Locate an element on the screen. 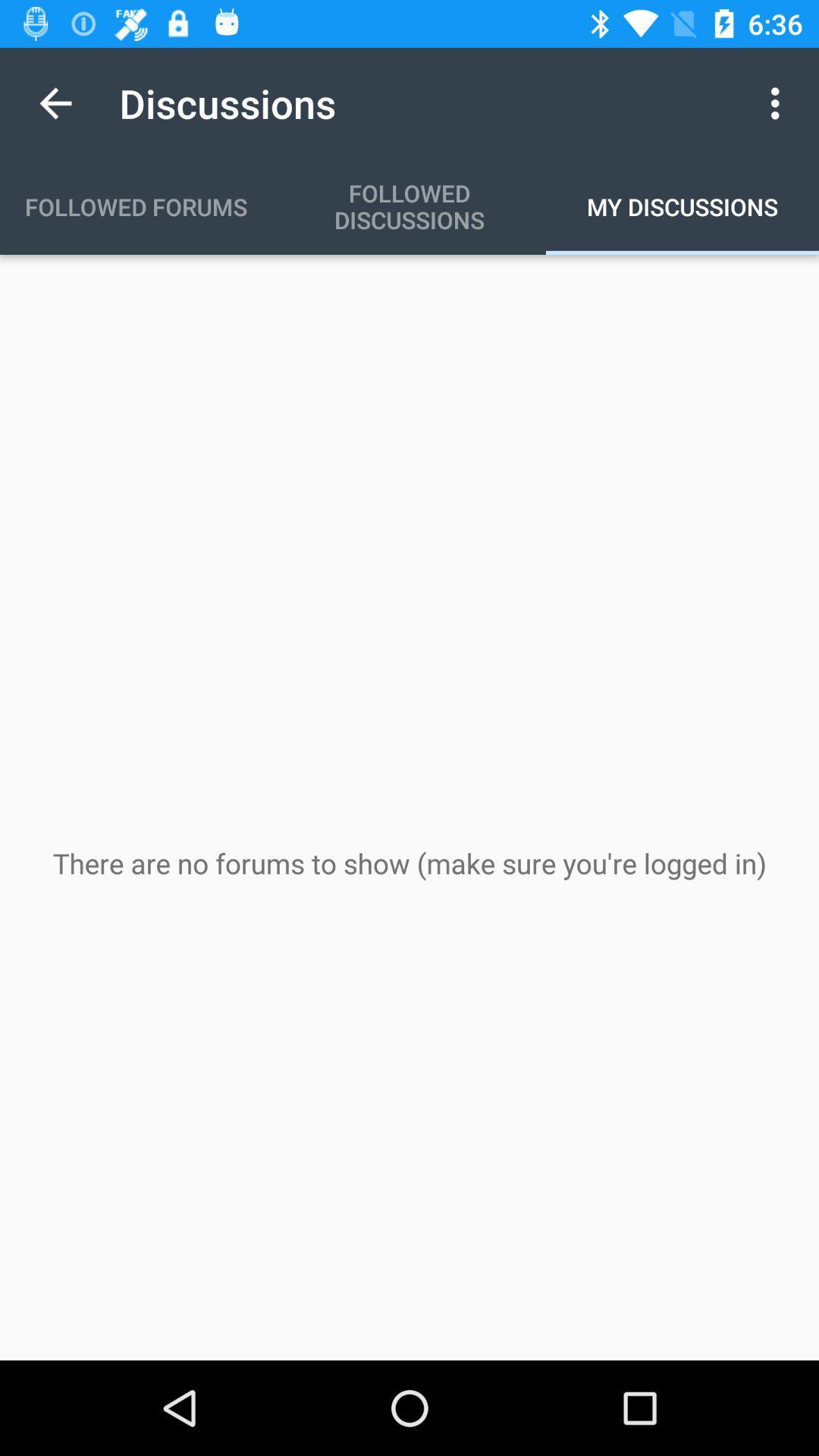  the app to the left of discussions app is located at coordinates (55, 102).